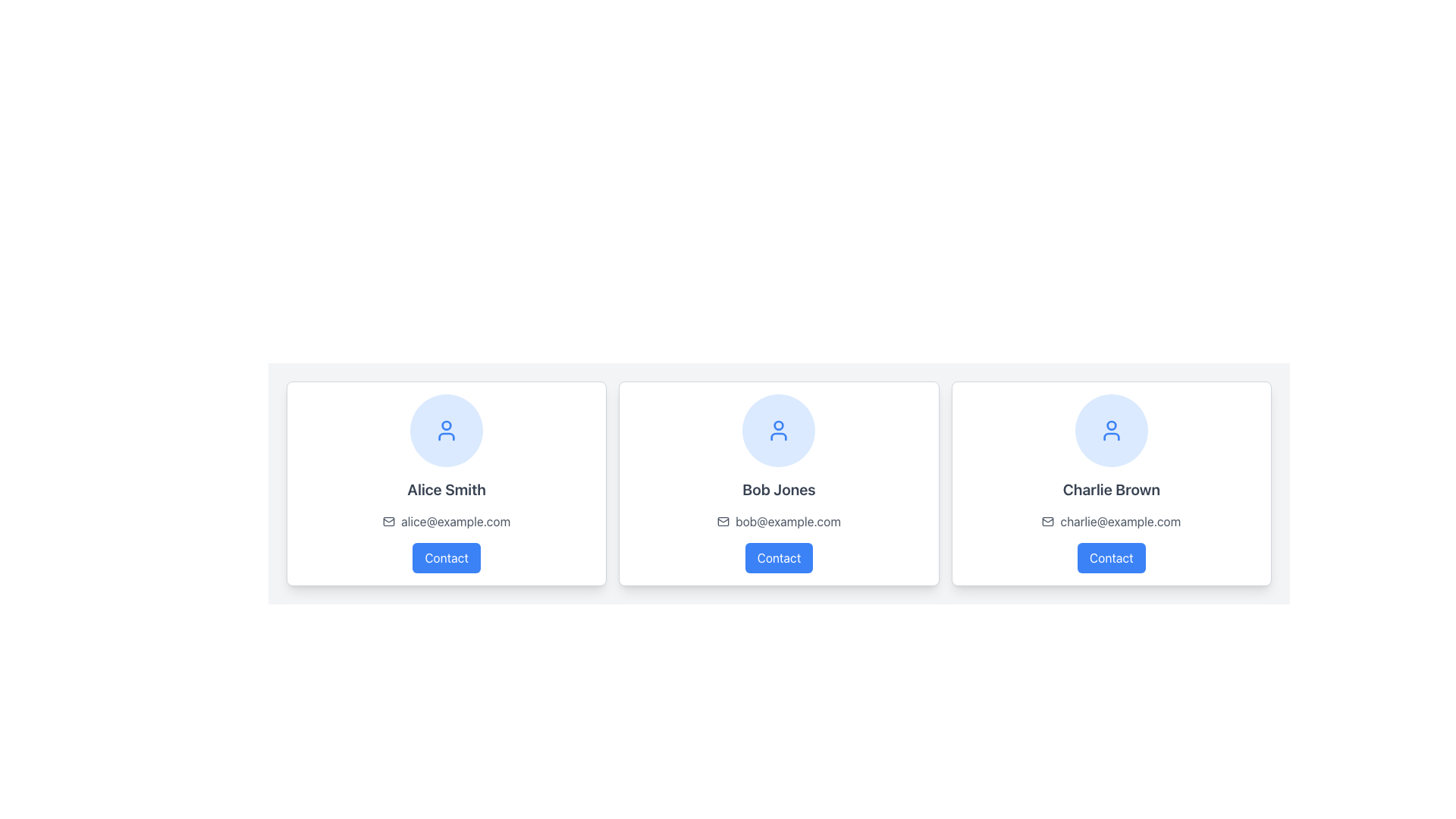 The image size is (1456, 819). What do you see at coordinates (446, 425) in the screenshot?
I see `the decorative SVG circle located centrally within the avatar of the user card for 'Alice Smith' in the top left of the three-card layout` at bounding box center [446, 425].